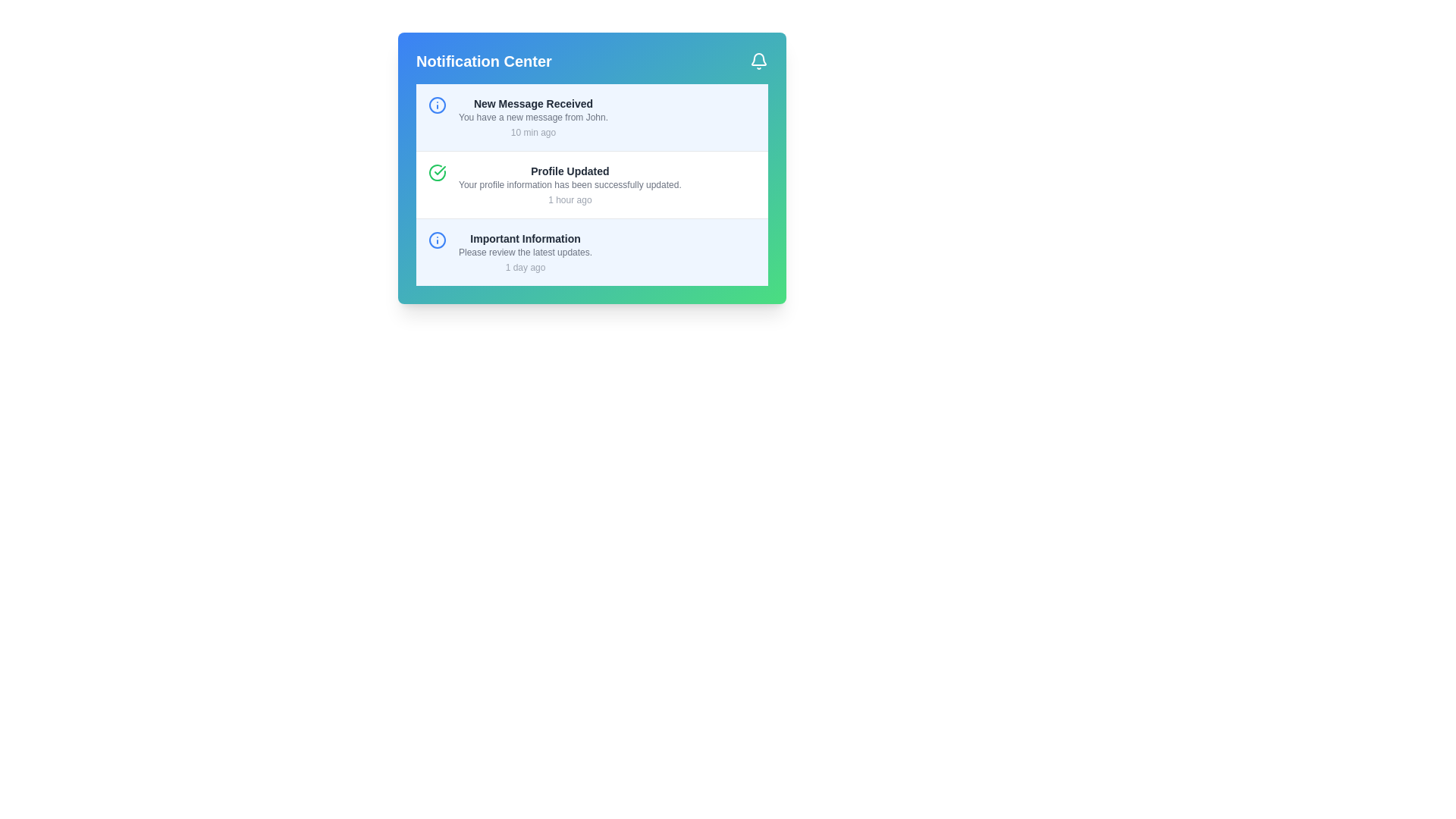  What do you see at coordinates (436, 171) in the screenshot?
I see `the green circle icon with a white checkmark that indicates success, located to the left of the text 'Profile Updated' in the notification block` at bounding box center [436, 171].